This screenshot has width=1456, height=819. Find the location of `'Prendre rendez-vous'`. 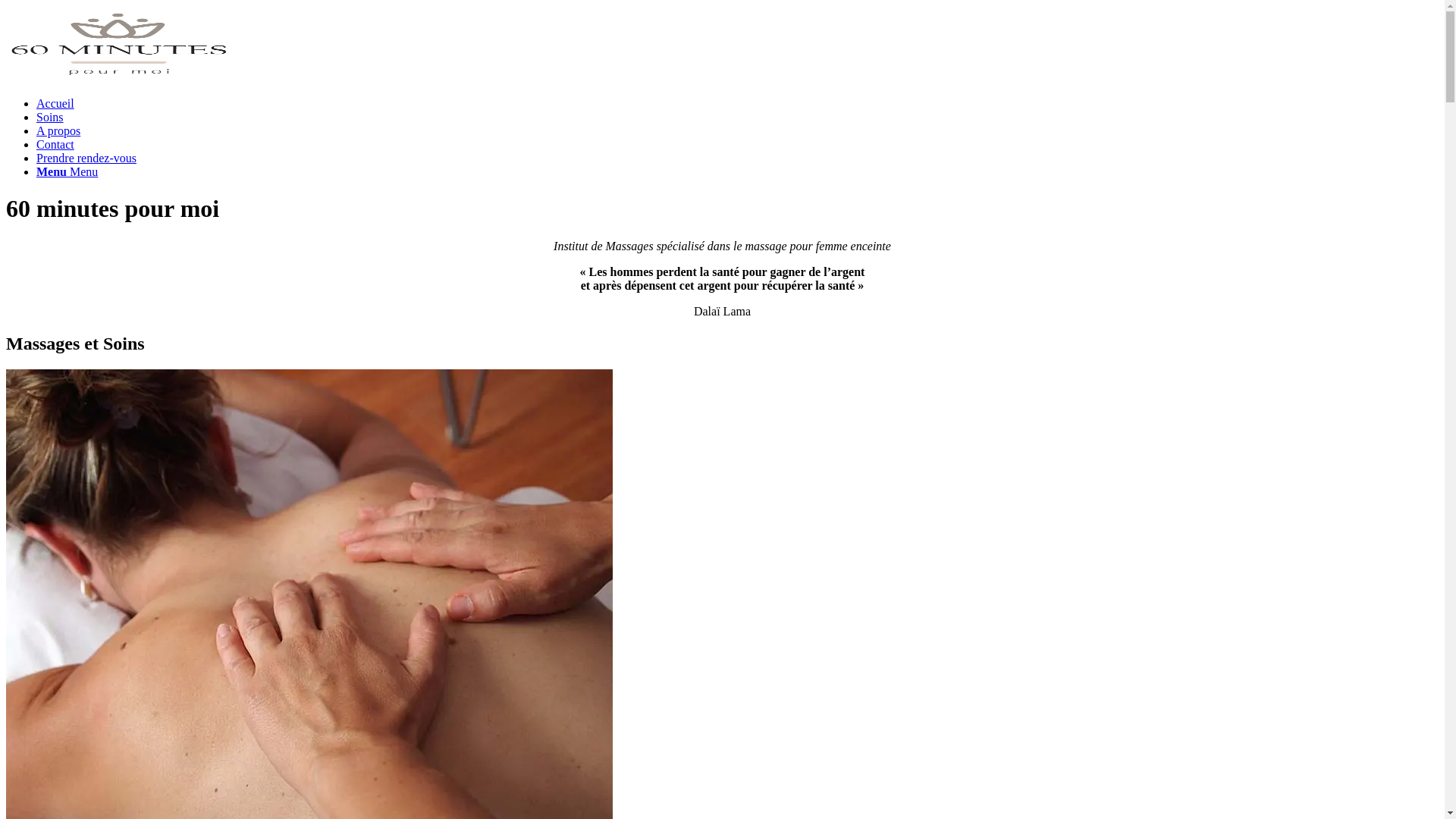

'Prendre rendez-vous' is located at coordinates (86, 158).